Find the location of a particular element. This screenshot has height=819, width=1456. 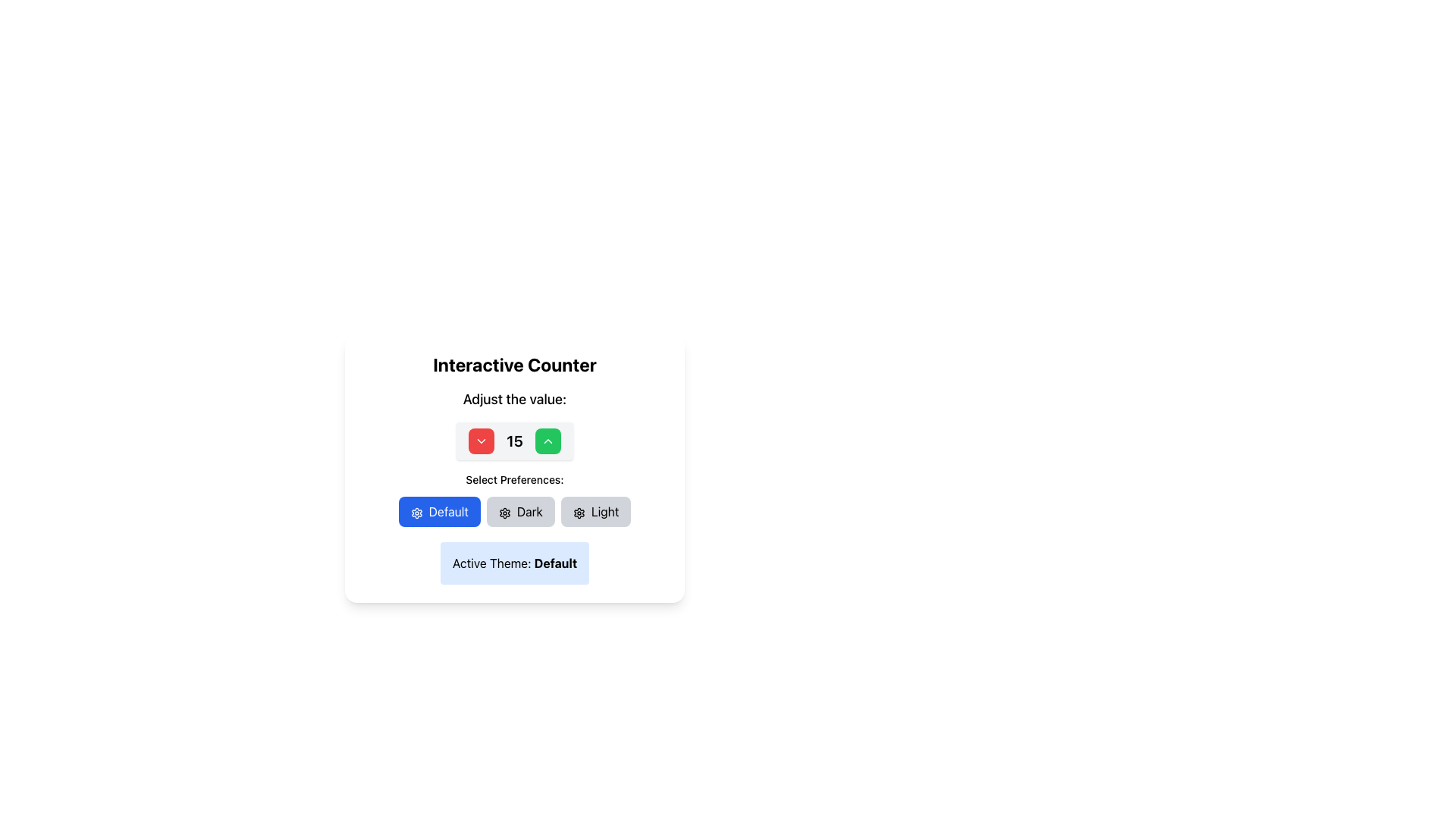

the decrement button represented by the SVG icon inside a red button, which is positioned to the left of a green button and near the numeric display showing the value '15' is located at coordinates (481, 441).